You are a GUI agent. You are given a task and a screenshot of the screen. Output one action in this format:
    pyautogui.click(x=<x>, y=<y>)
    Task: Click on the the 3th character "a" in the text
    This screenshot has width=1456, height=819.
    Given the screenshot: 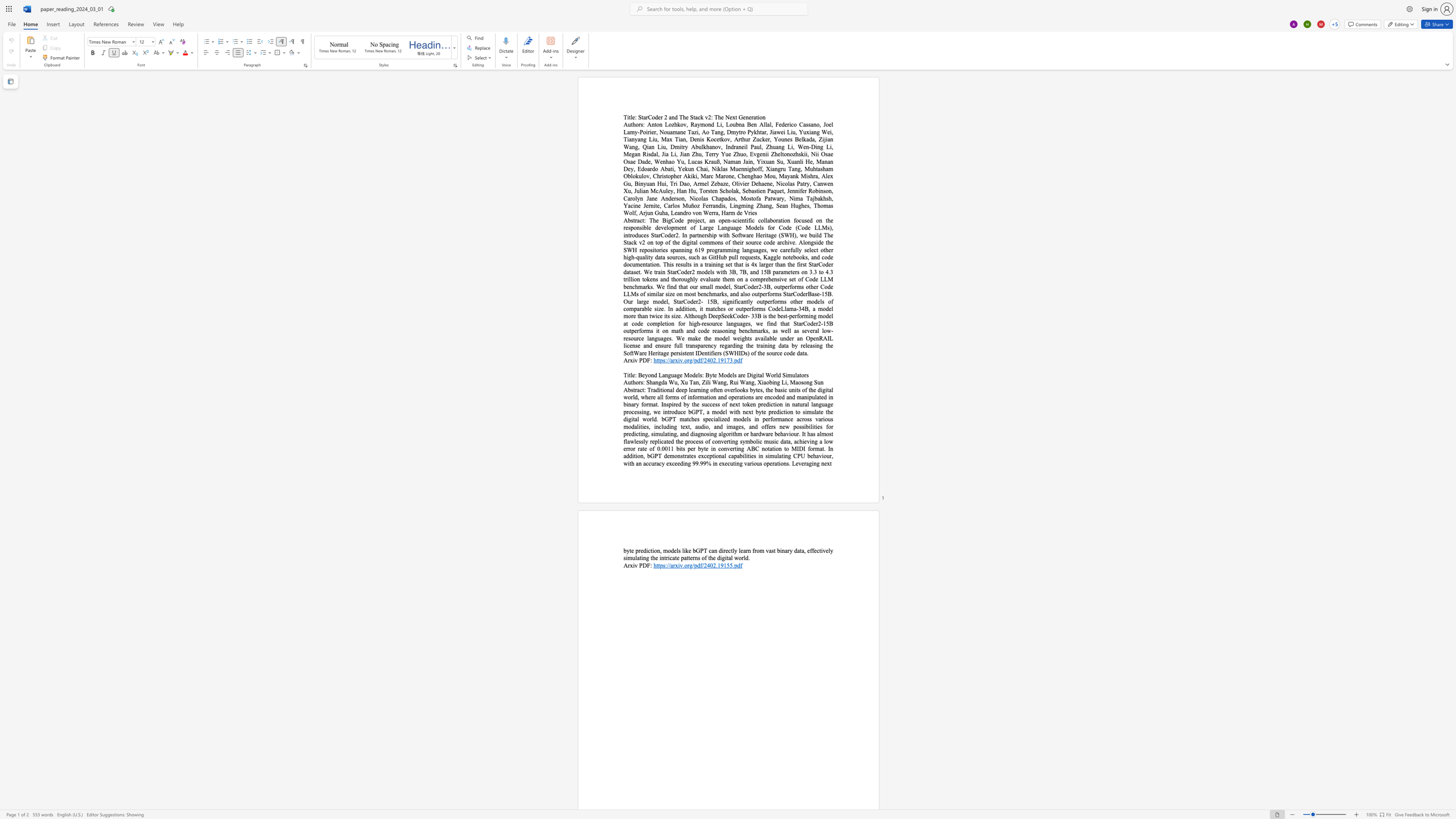 What is the action you would take?
    pyautogui.click(x=739, y=375)
    